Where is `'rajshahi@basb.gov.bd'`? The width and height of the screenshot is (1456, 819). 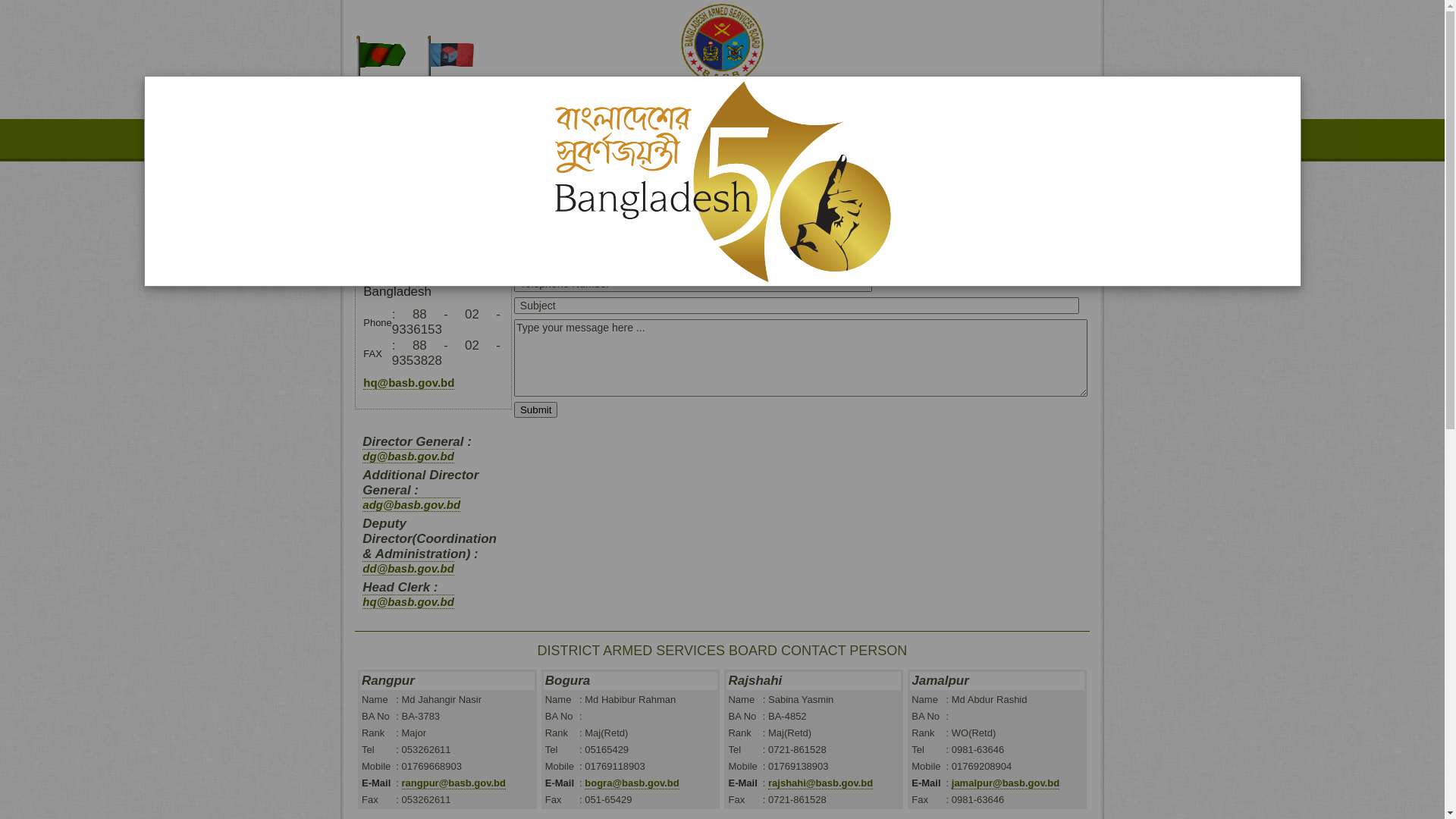 'rajshahi@basb.gov.bd' is located at coordinates (819, 783).